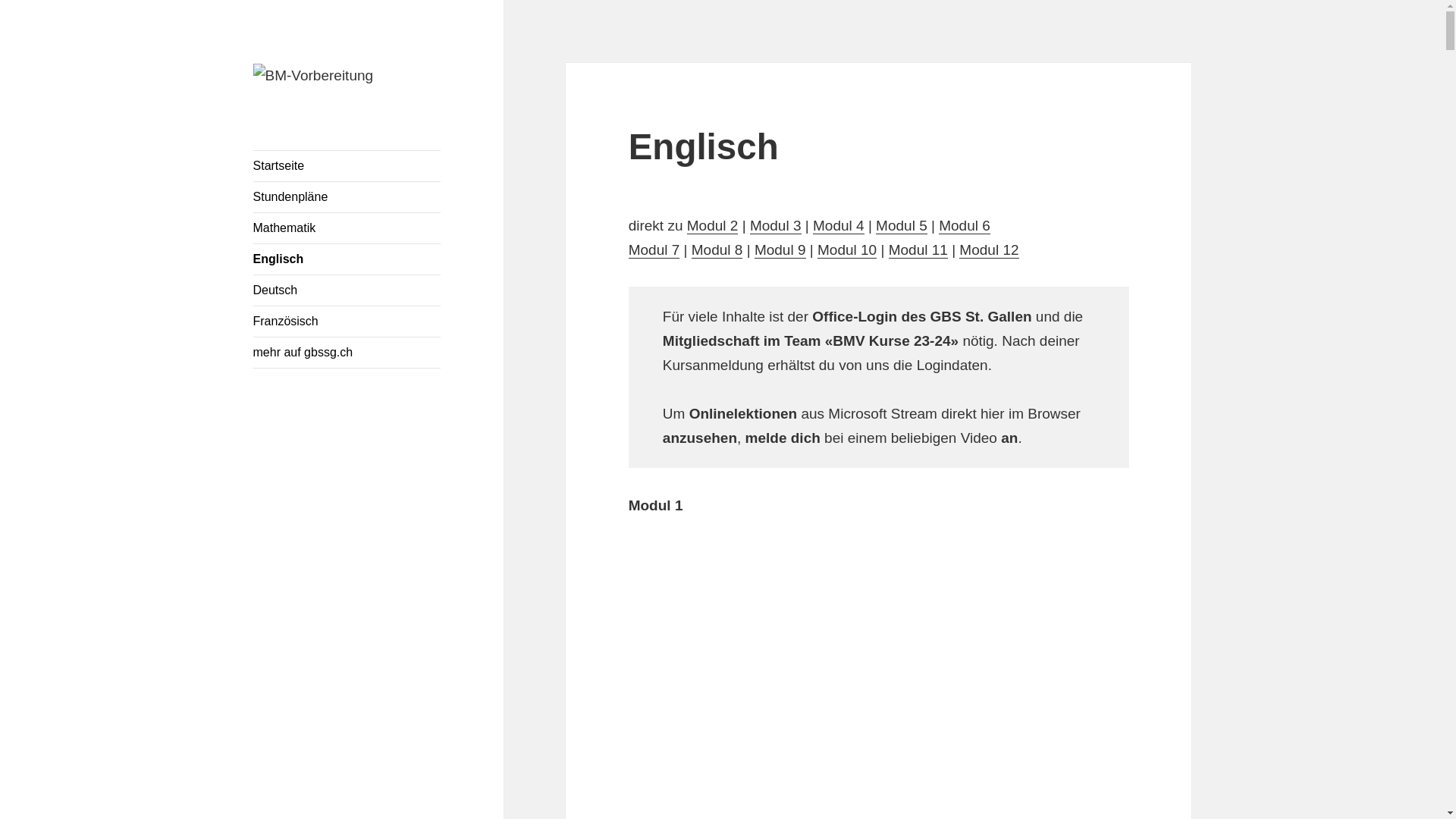 This screenshot has height=819, width=1456. What do you see at coordinates (716, 249) in the screenshot?
I see `'Modul 8'` at bounding box center [716, 249].